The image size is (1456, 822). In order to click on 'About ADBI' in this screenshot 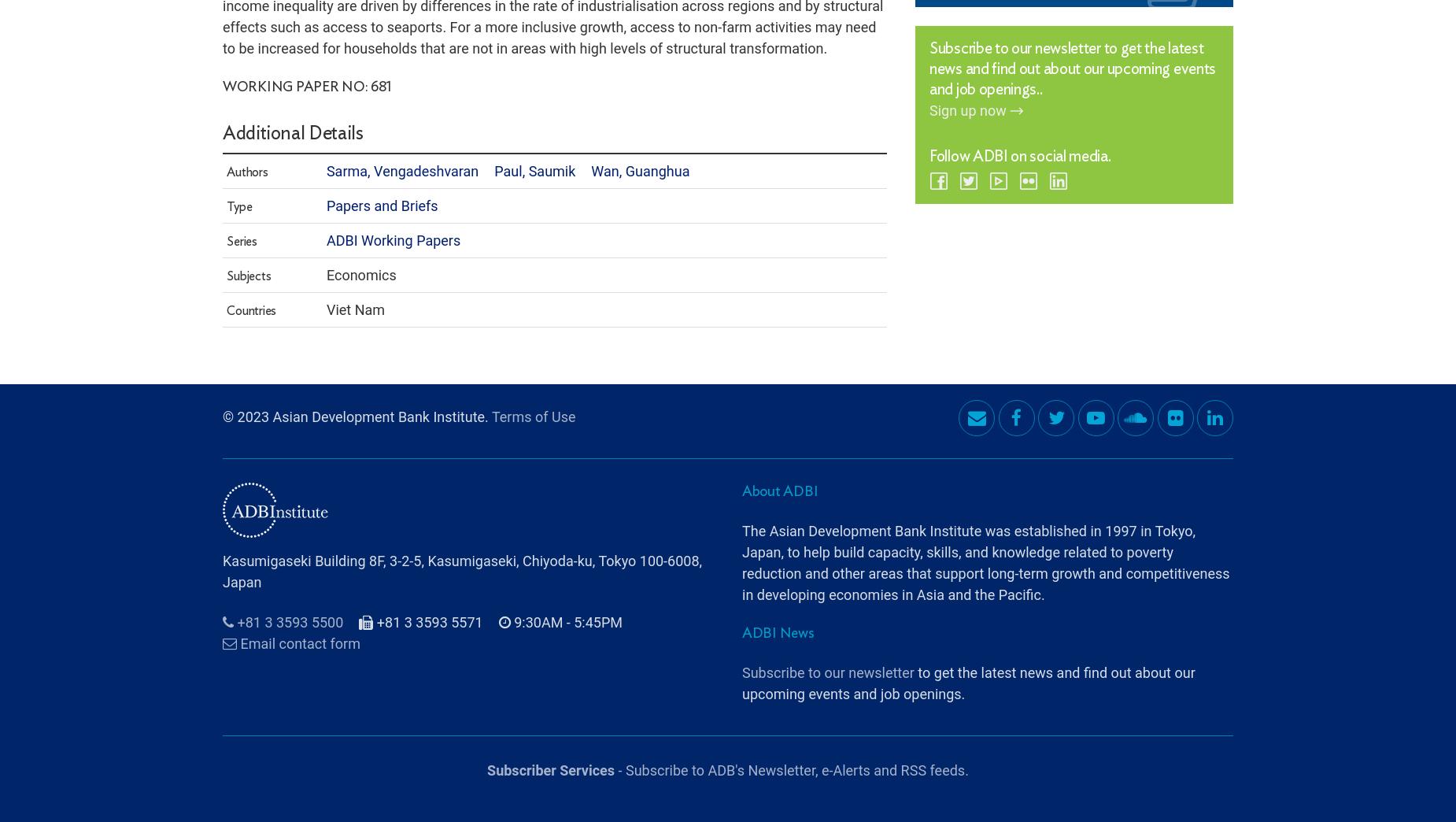, I will do `click(779, 447)`.